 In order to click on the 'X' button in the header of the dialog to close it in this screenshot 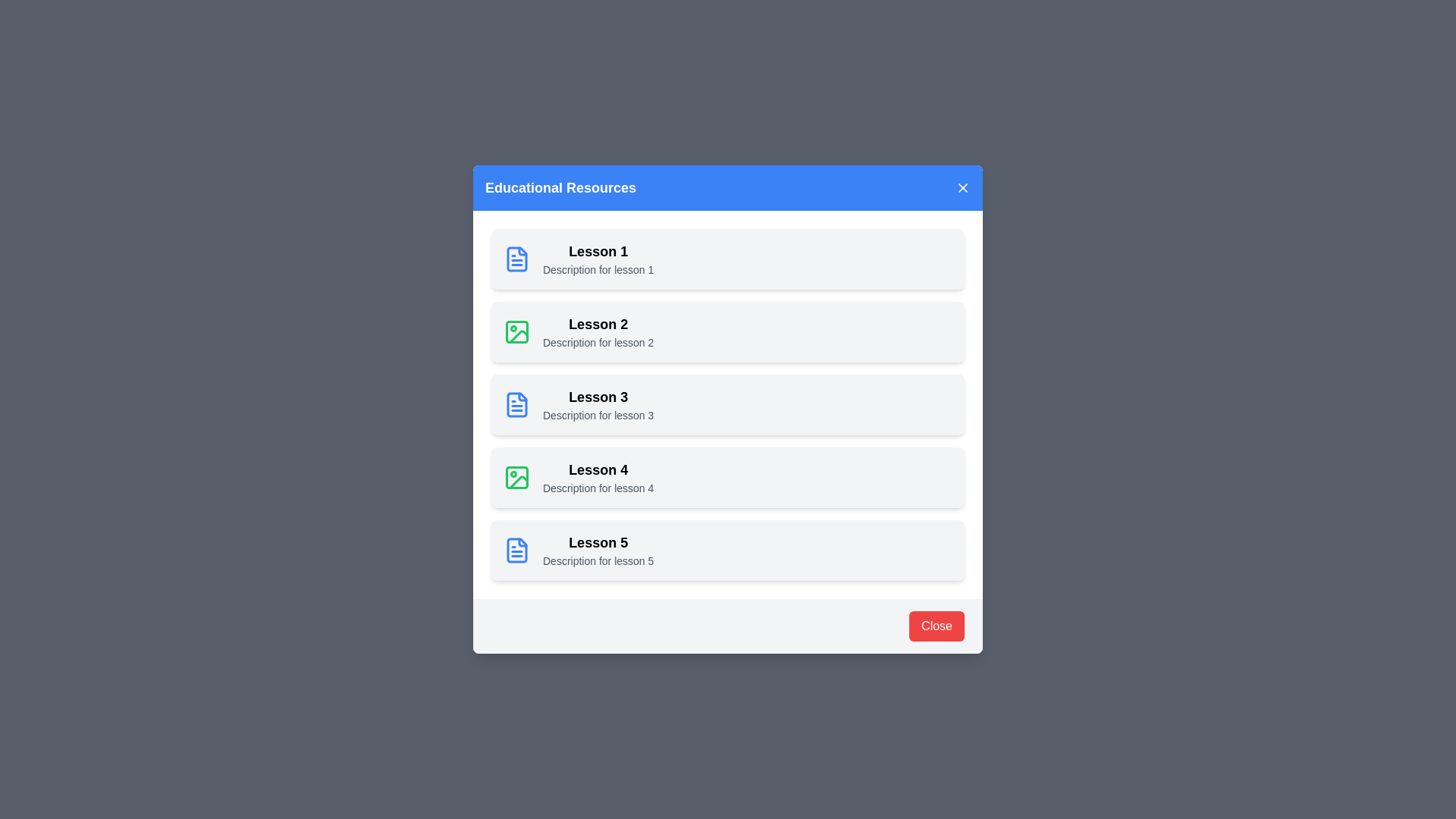, I will do `click(962, 187)`.